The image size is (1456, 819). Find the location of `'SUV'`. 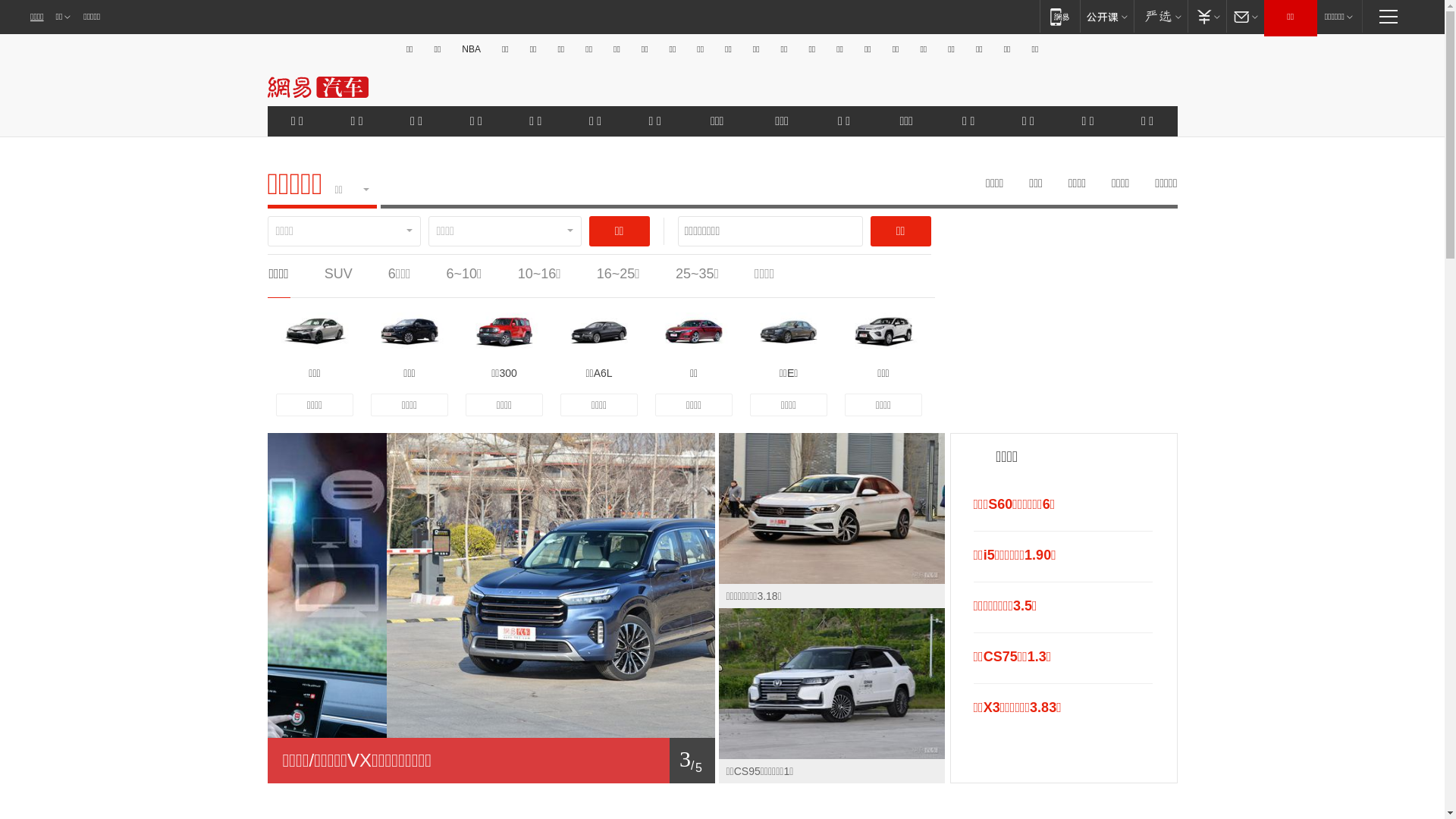

'SUV' is located at coordinates (337, 274).